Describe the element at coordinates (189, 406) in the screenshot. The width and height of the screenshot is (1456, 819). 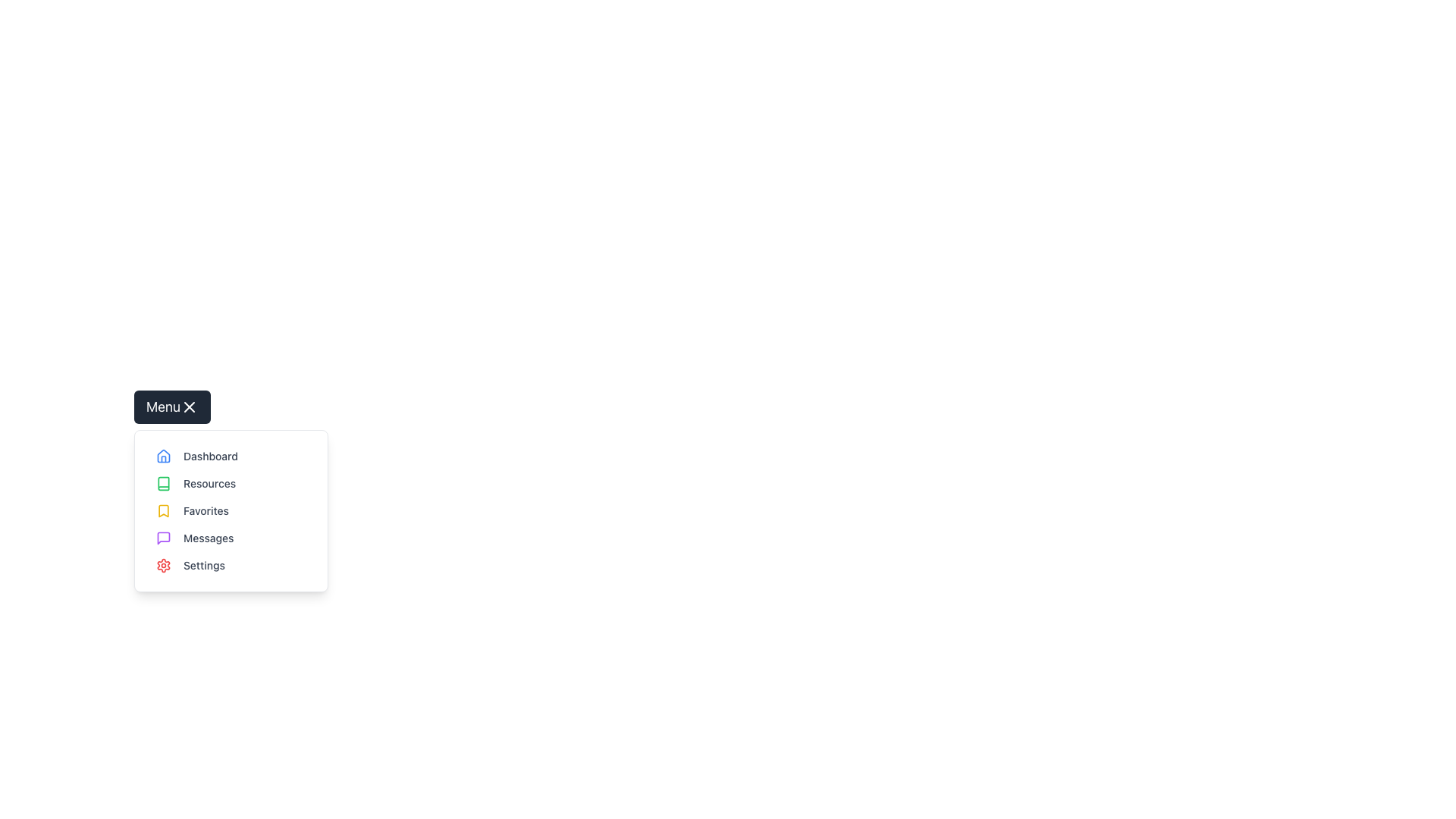
I see `the close icon button, which is a white 'X' shape against a dark rounded background, located to the right of the word 'Menu' in the menu header` at that location.